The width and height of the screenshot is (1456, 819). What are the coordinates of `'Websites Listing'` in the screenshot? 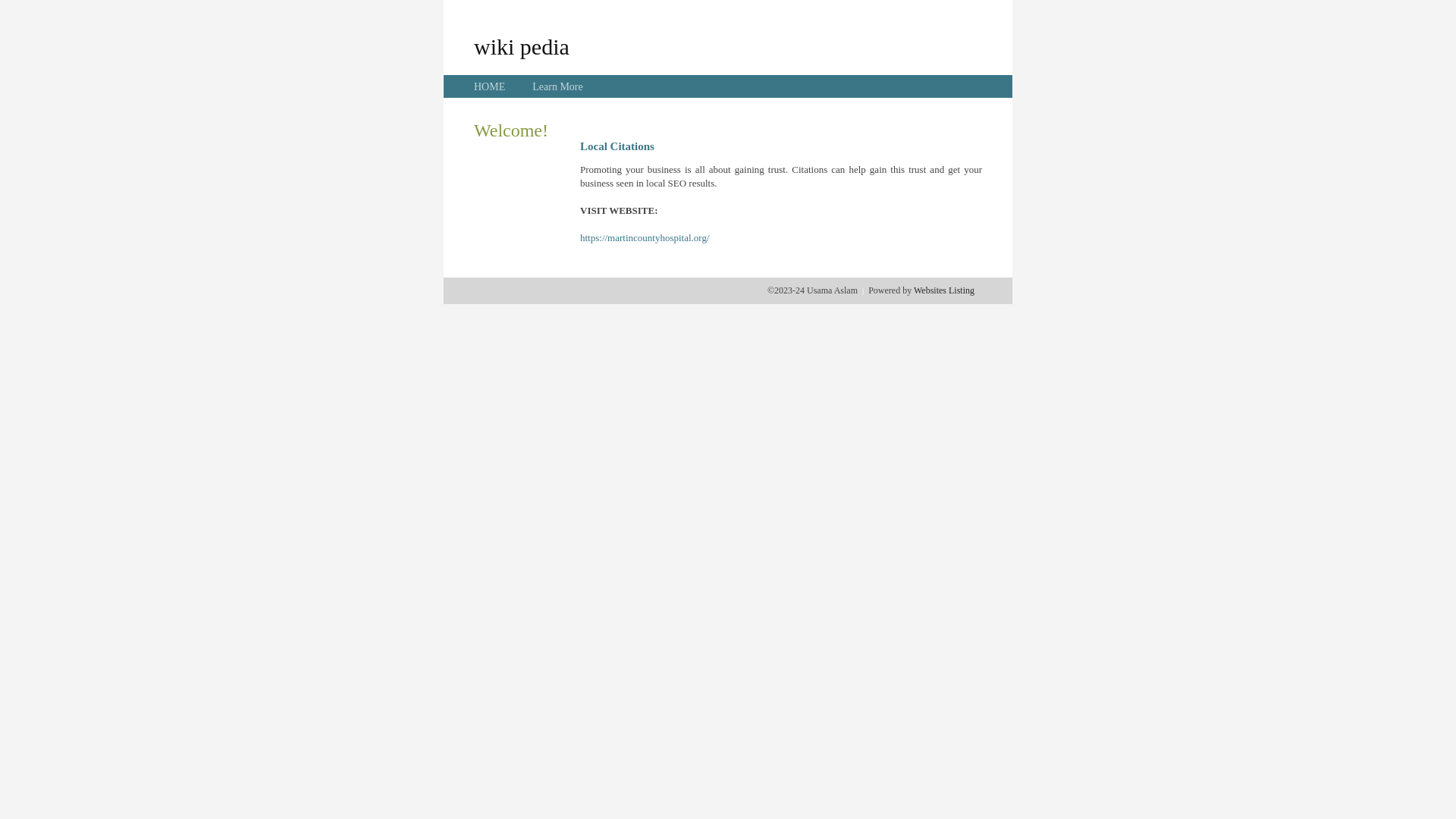 It's located at (943, 290).